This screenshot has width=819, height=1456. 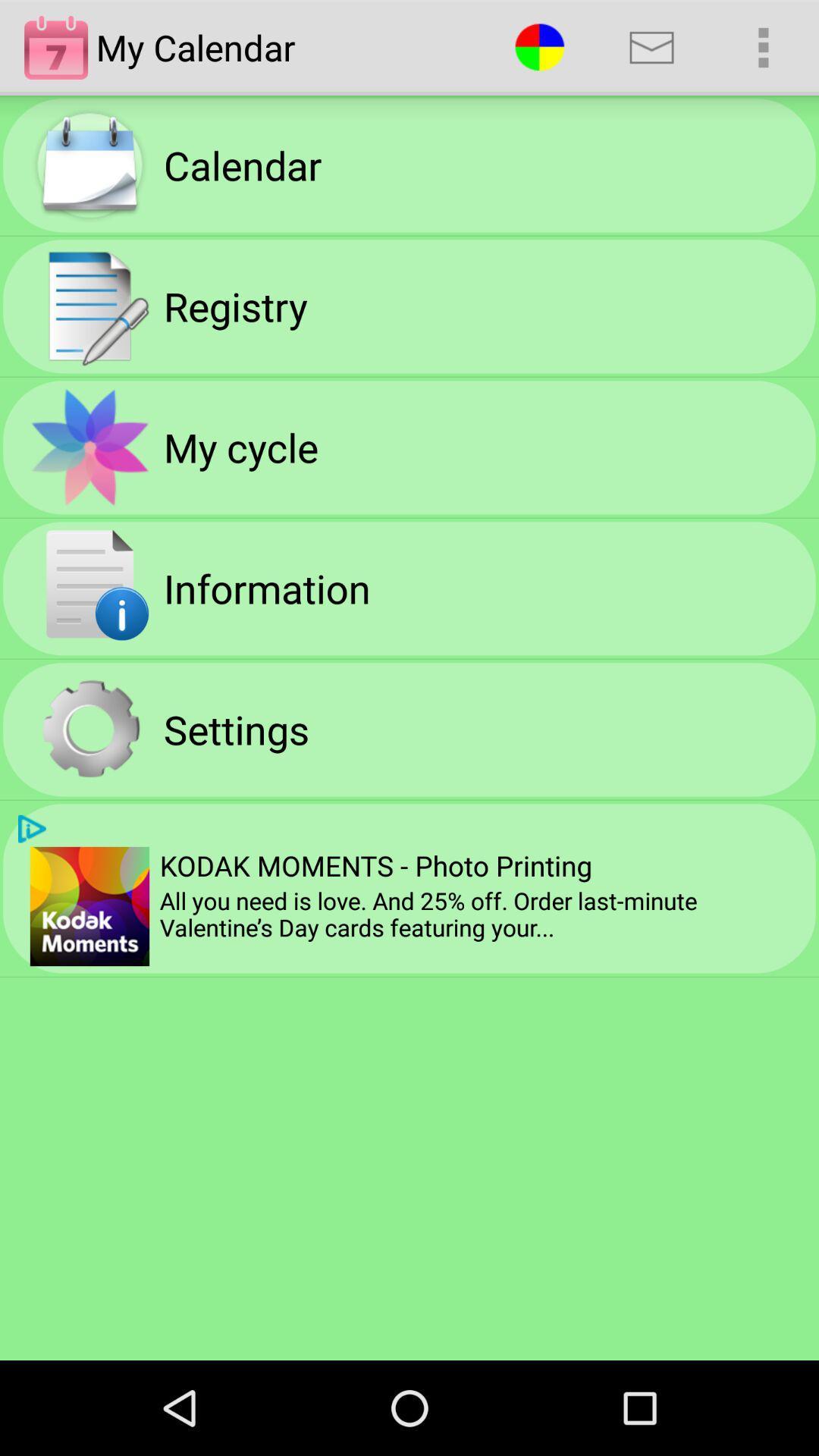 I want to click on app above the kodak moments photo app, so click(x=651, y=47).